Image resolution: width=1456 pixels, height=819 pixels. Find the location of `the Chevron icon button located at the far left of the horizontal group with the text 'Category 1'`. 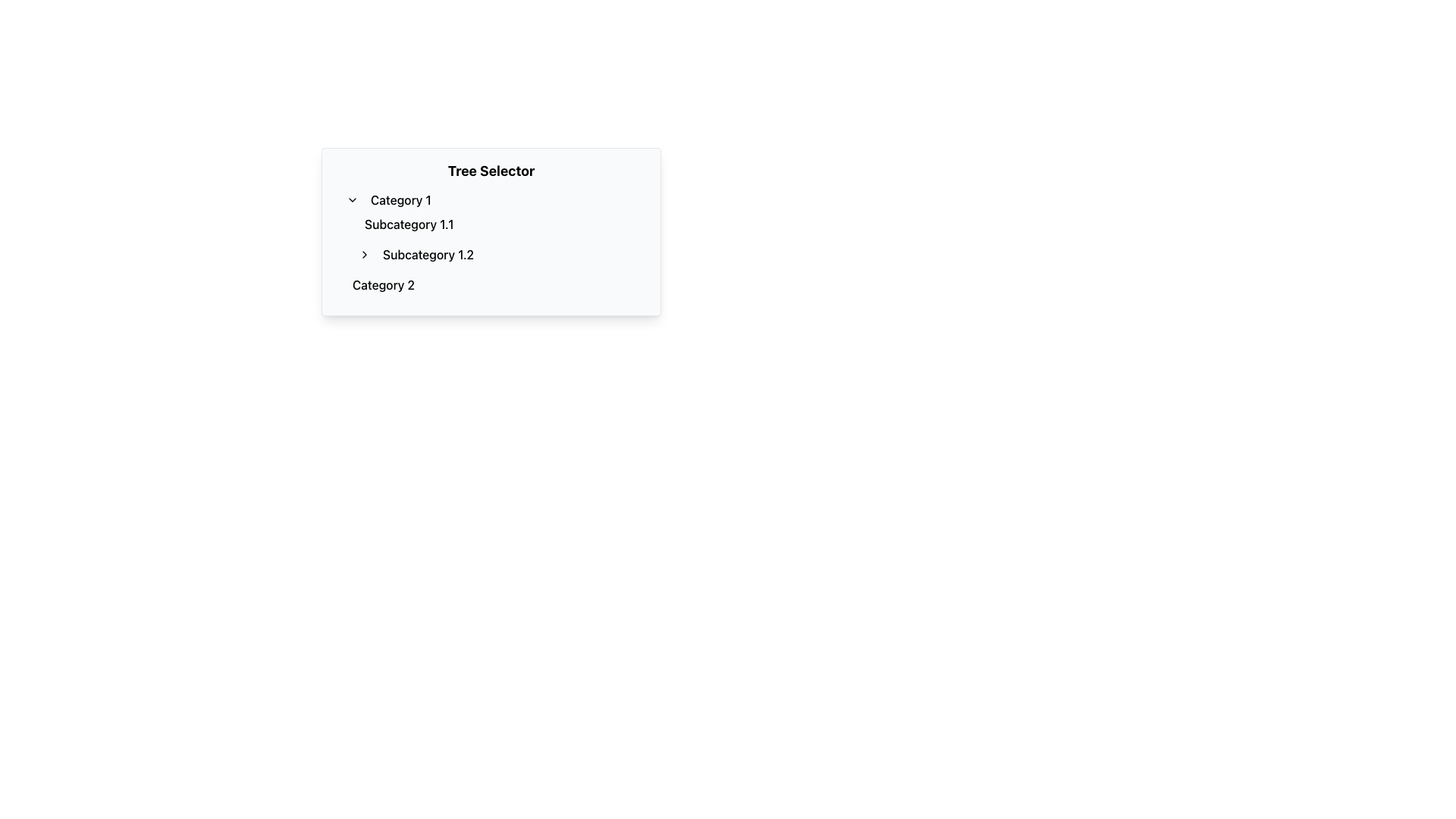

the Chevron icon button located at the far left of the horizontal group with the text 'Category 1' is located at coordinates (352, 199).